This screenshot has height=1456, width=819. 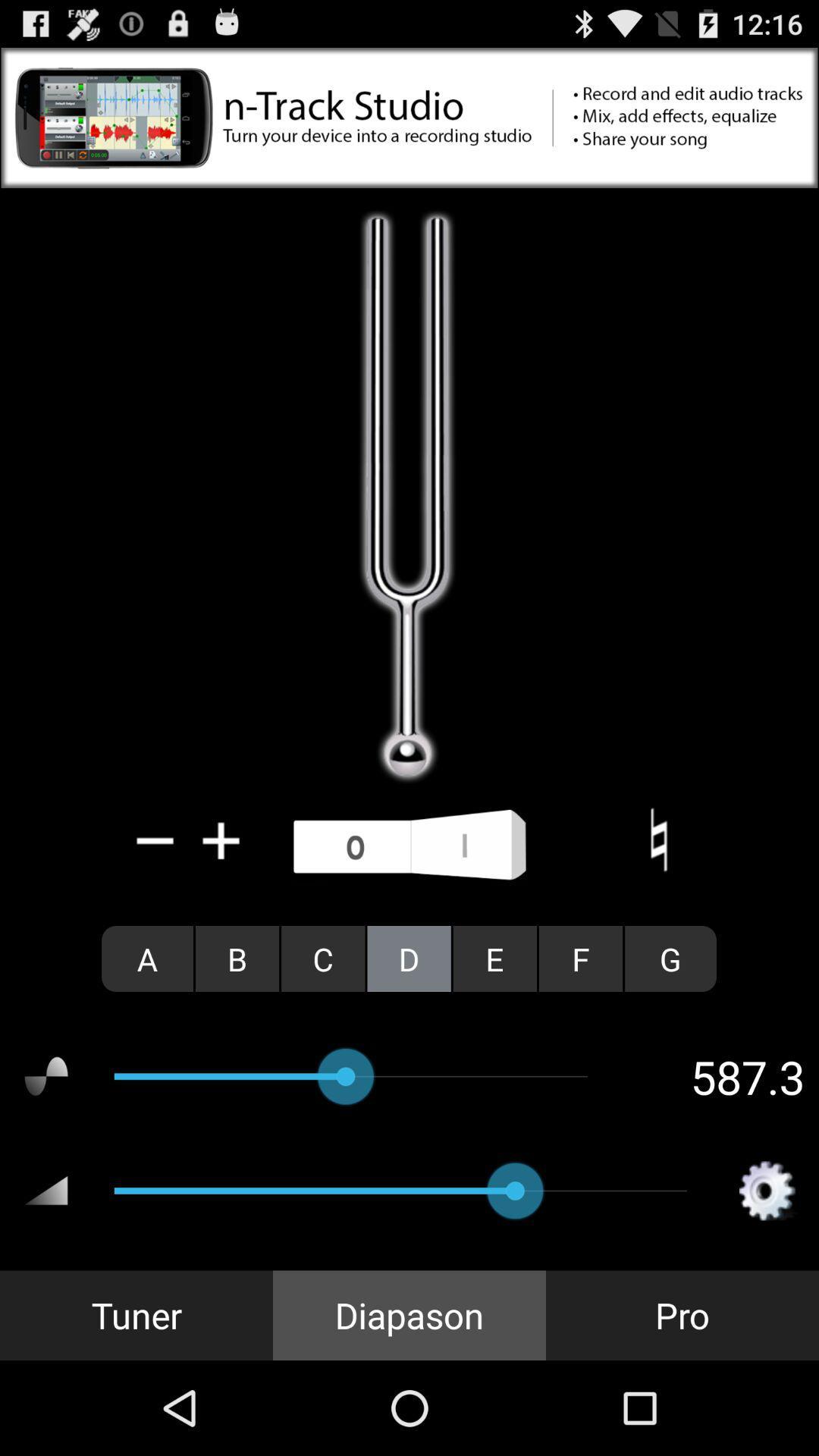 What do you see at coordinates (409, 1314) in the screenshot?
I see `the item next to the tuner` at bounding box center [409, 1314].